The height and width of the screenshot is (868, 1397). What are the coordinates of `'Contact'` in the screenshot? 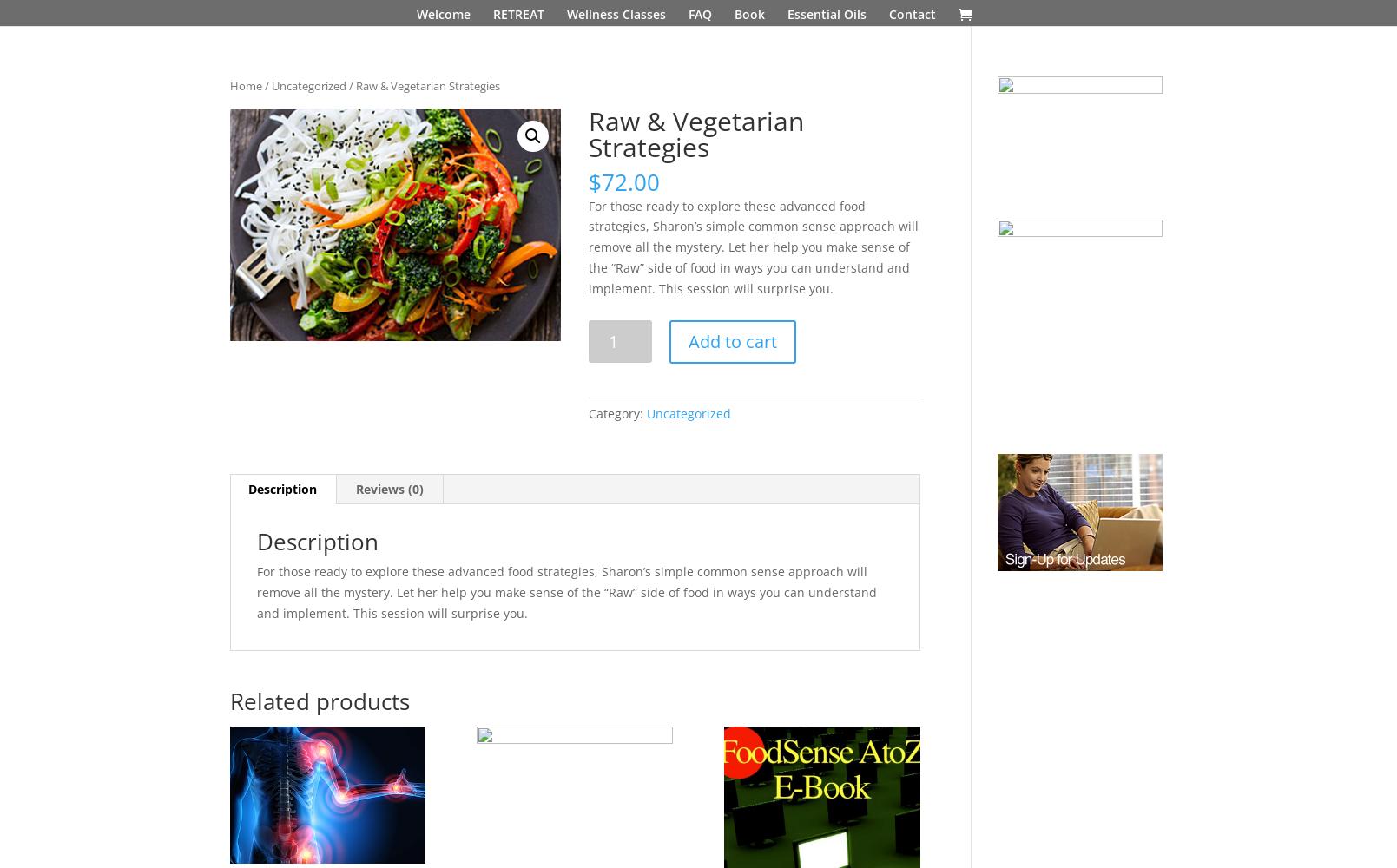 It's located at (911, 14).